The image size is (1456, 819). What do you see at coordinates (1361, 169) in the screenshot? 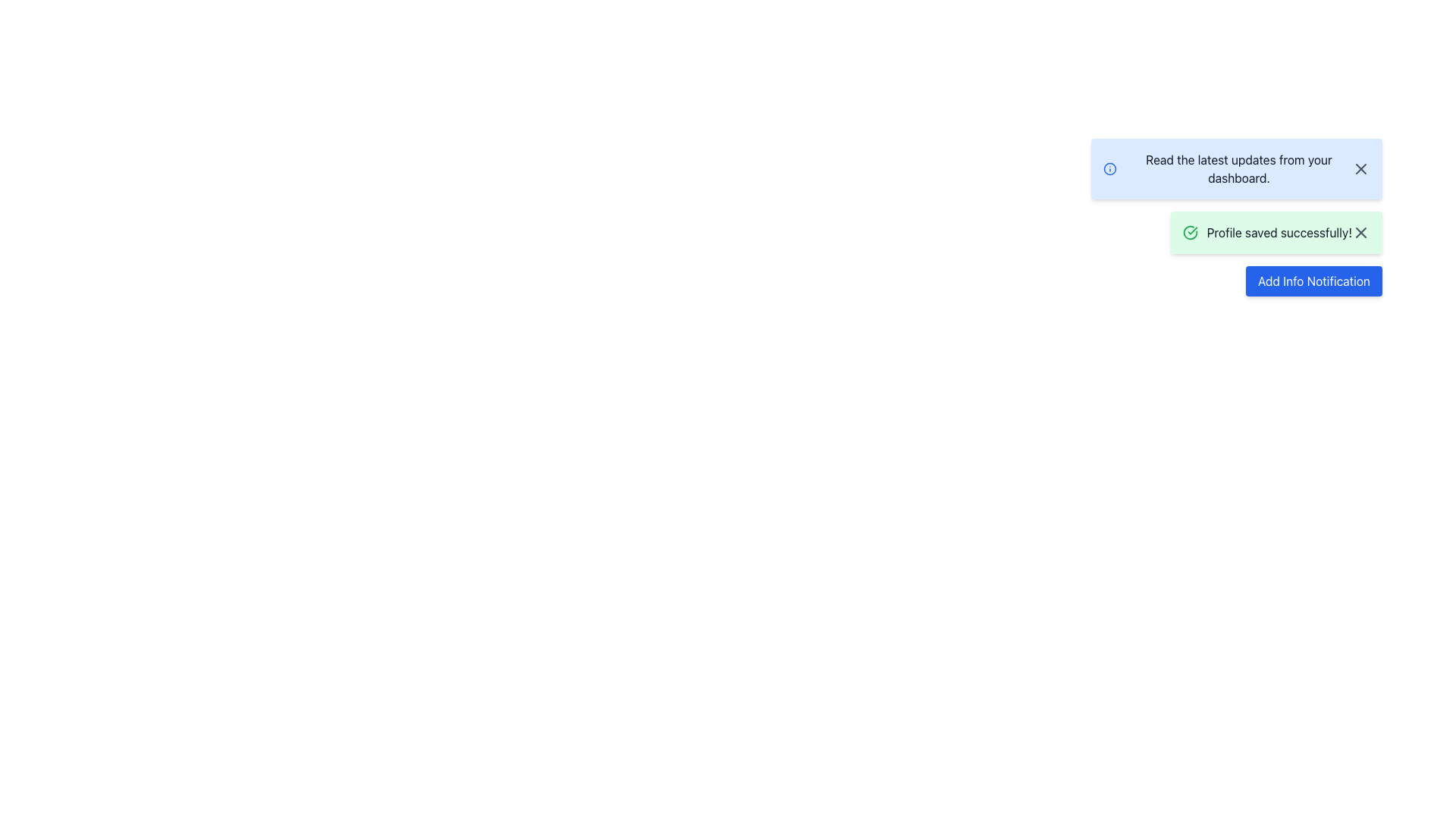
I see `the close button 'X' icon located at the far right of the notification box to change its color` at bounding box center [1361, 169].